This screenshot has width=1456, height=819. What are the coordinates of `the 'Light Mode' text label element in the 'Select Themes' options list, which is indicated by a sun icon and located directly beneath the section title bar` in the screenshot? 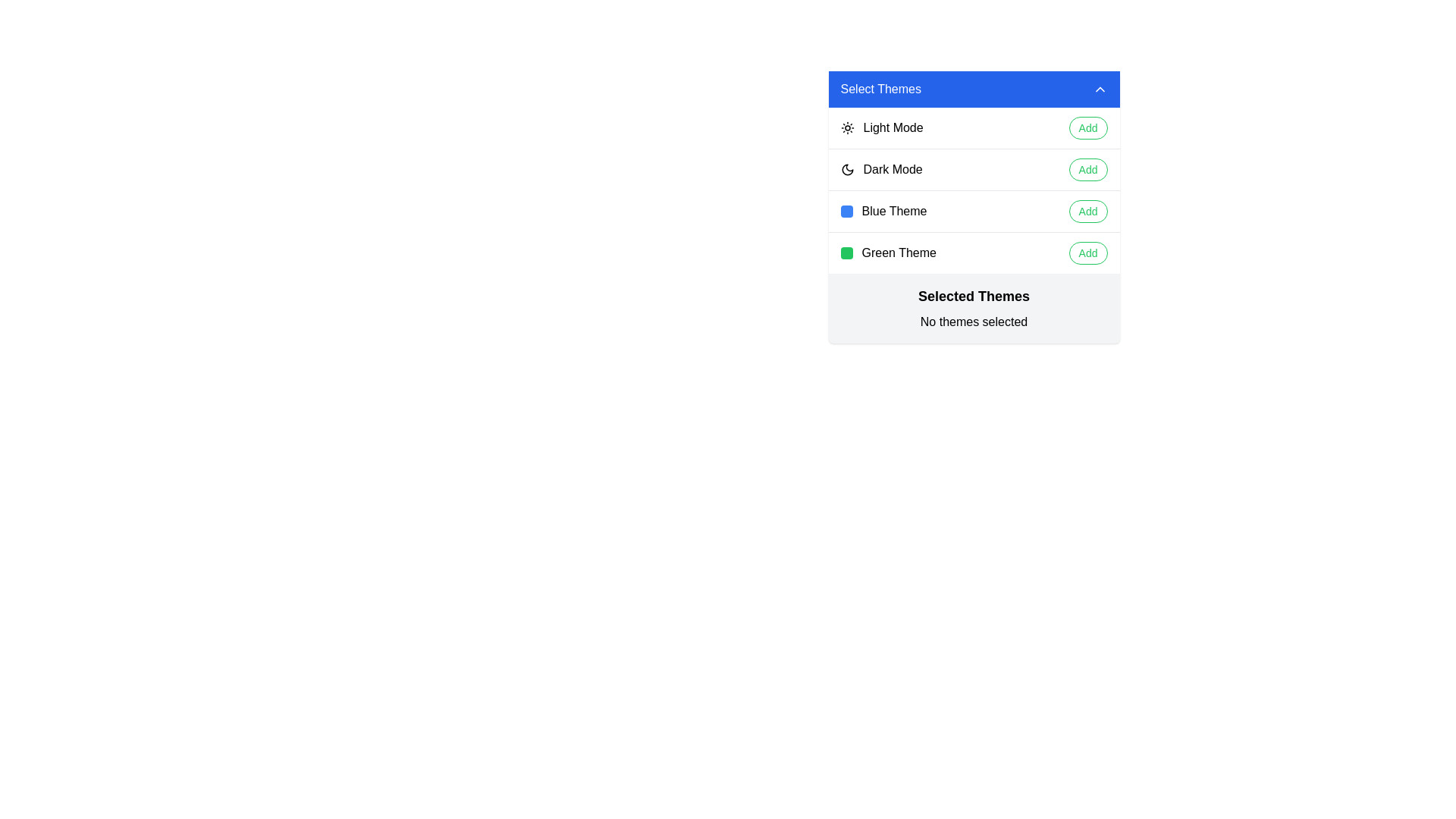 It's located at (893, 127).